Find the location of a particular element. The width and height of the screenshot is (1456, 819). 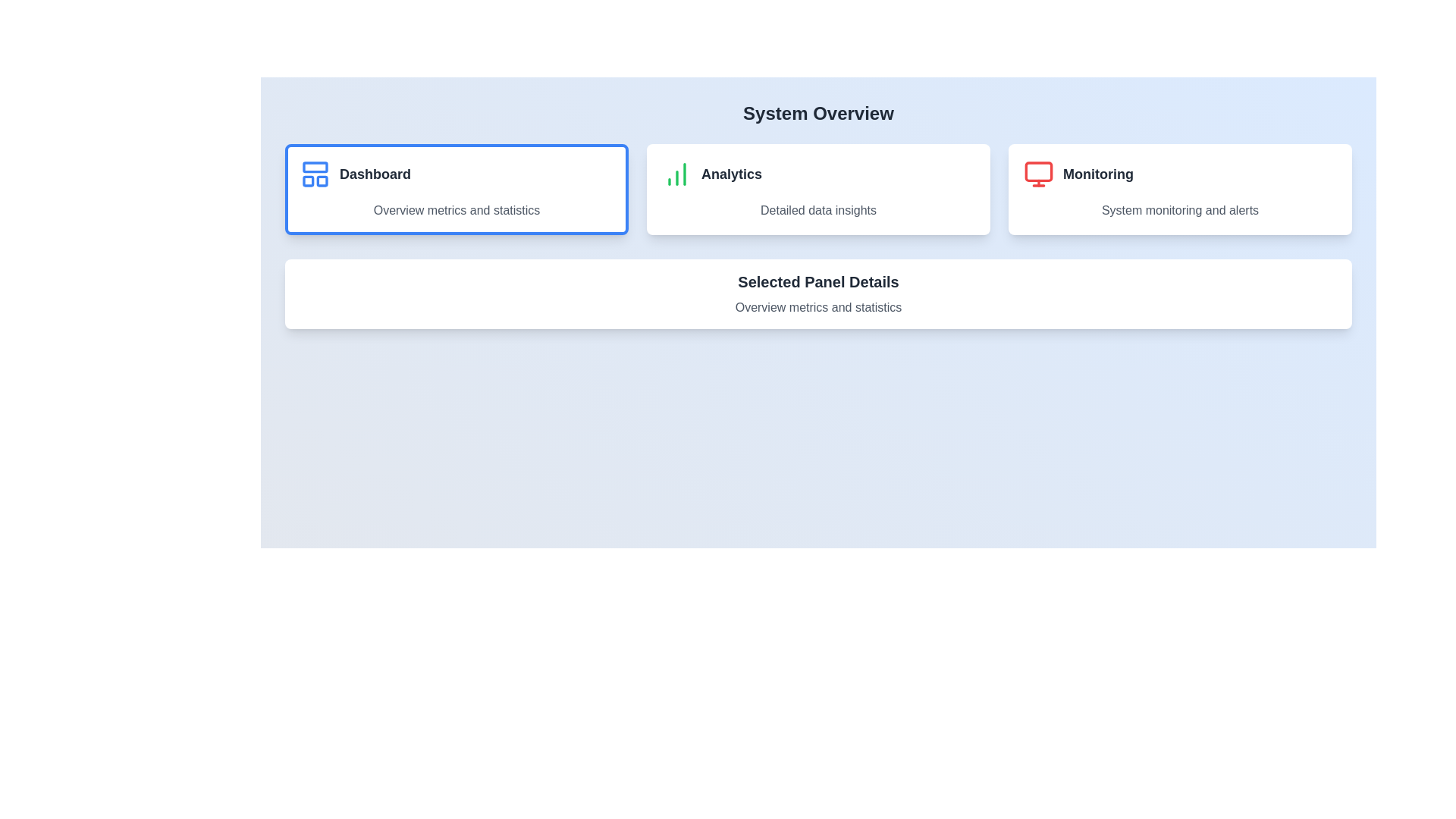

the 'Dashboard' icon, which is visually associated with the dashboard section and located before the text 'Dashboard' in the first item of the group is located at coordinates (315, 174).